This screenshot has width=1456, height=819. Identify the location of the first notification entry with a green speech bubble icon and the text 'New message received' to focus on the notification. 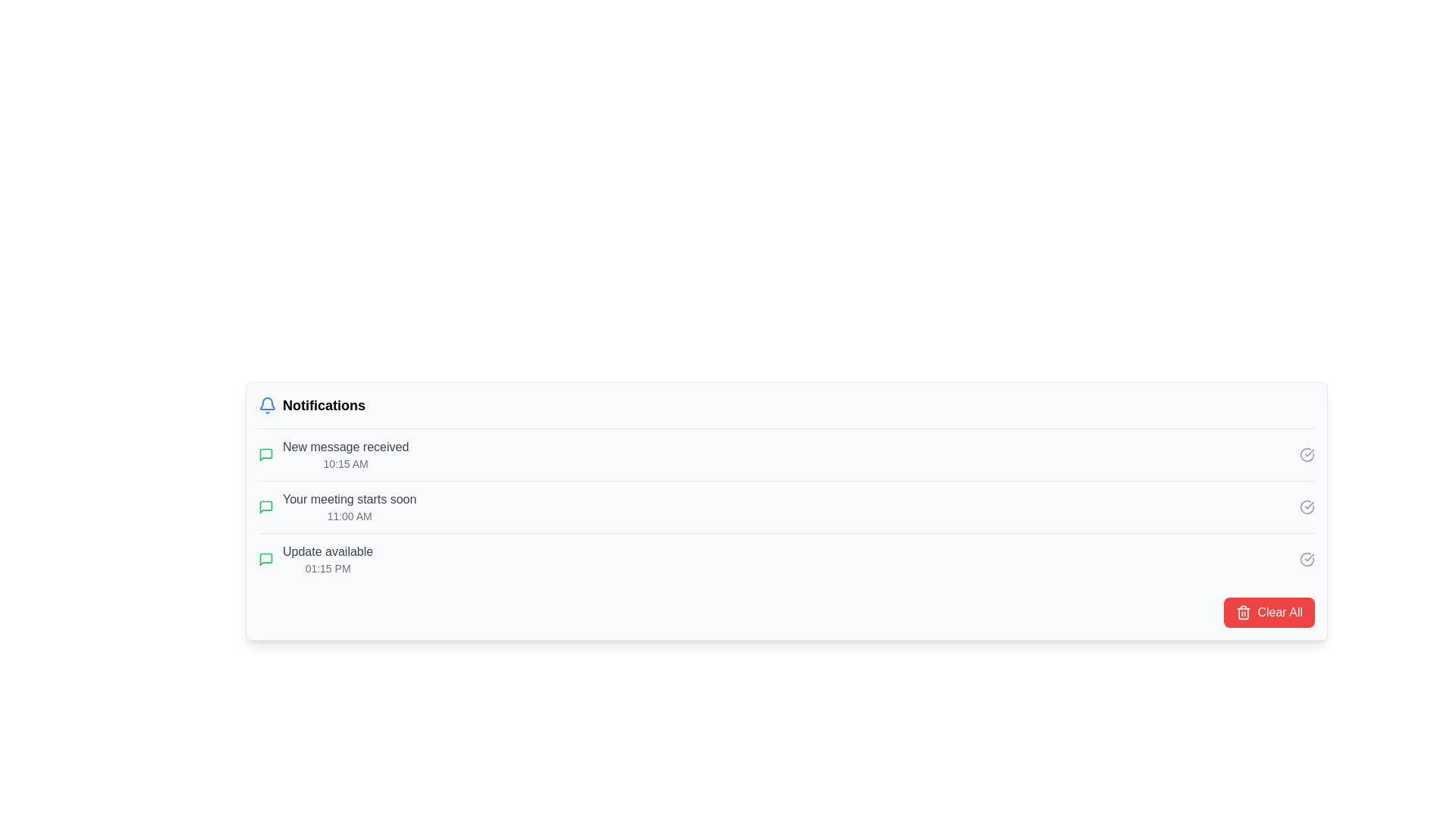
(333, 454).